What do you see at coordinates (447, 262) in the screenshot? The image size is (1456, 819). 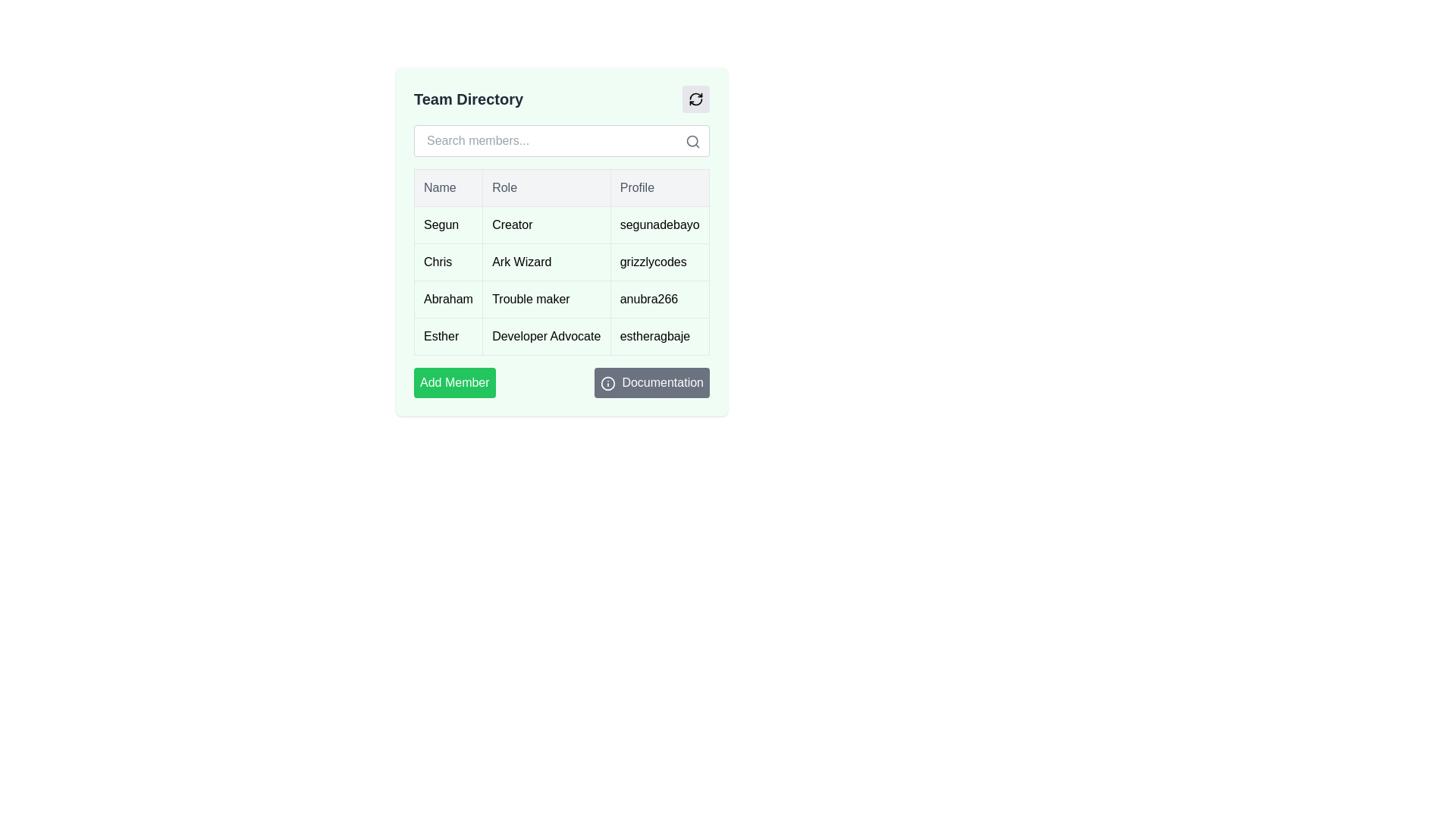 I see `the static text display showing a person's name in the directory list under the 'Name' column` at bounding box center [447, 262].